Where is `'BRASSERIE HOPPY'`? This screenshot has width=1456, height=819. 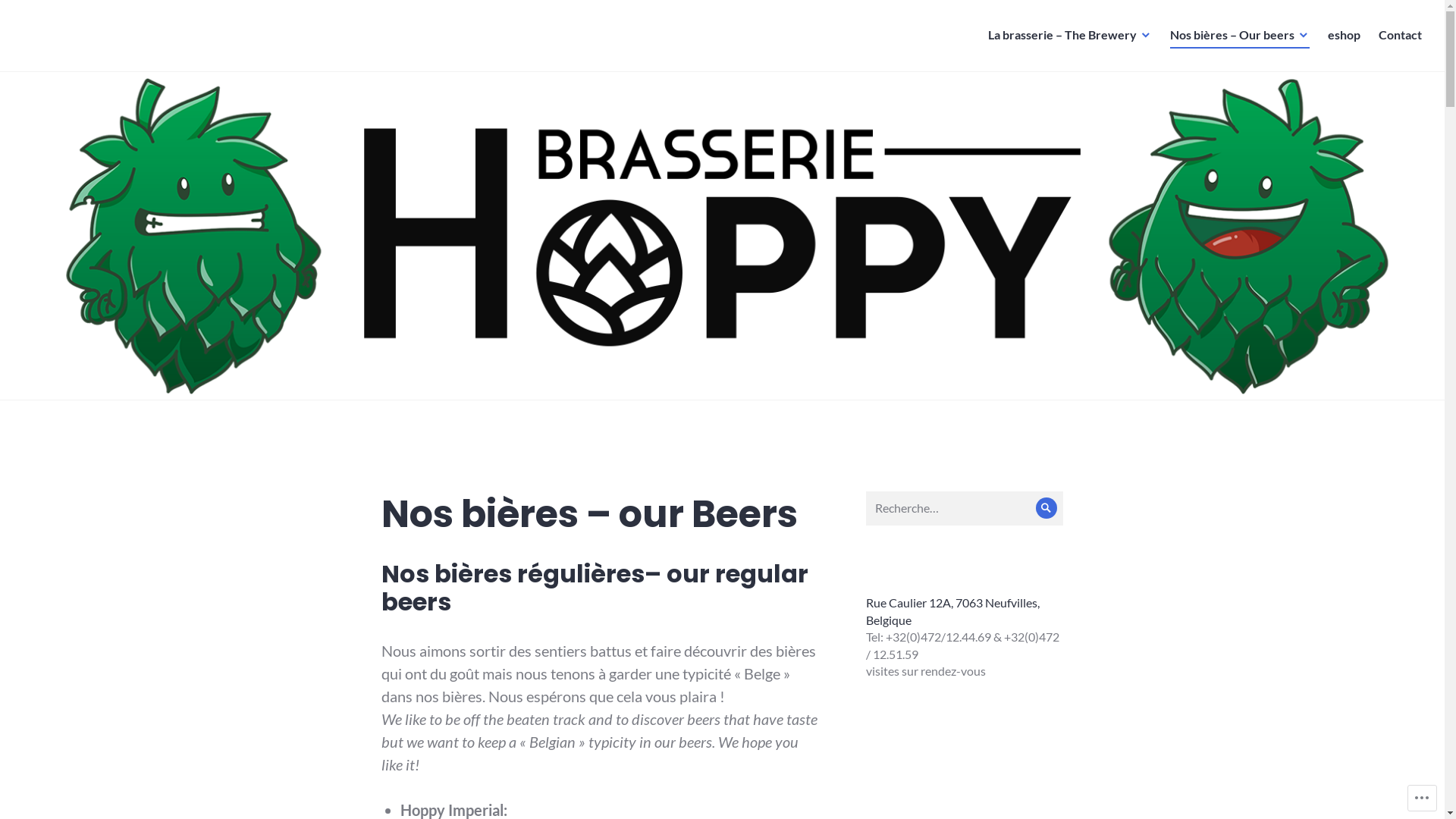
'BRASSERIE HOPPY' is located at coordinates (108, 45).